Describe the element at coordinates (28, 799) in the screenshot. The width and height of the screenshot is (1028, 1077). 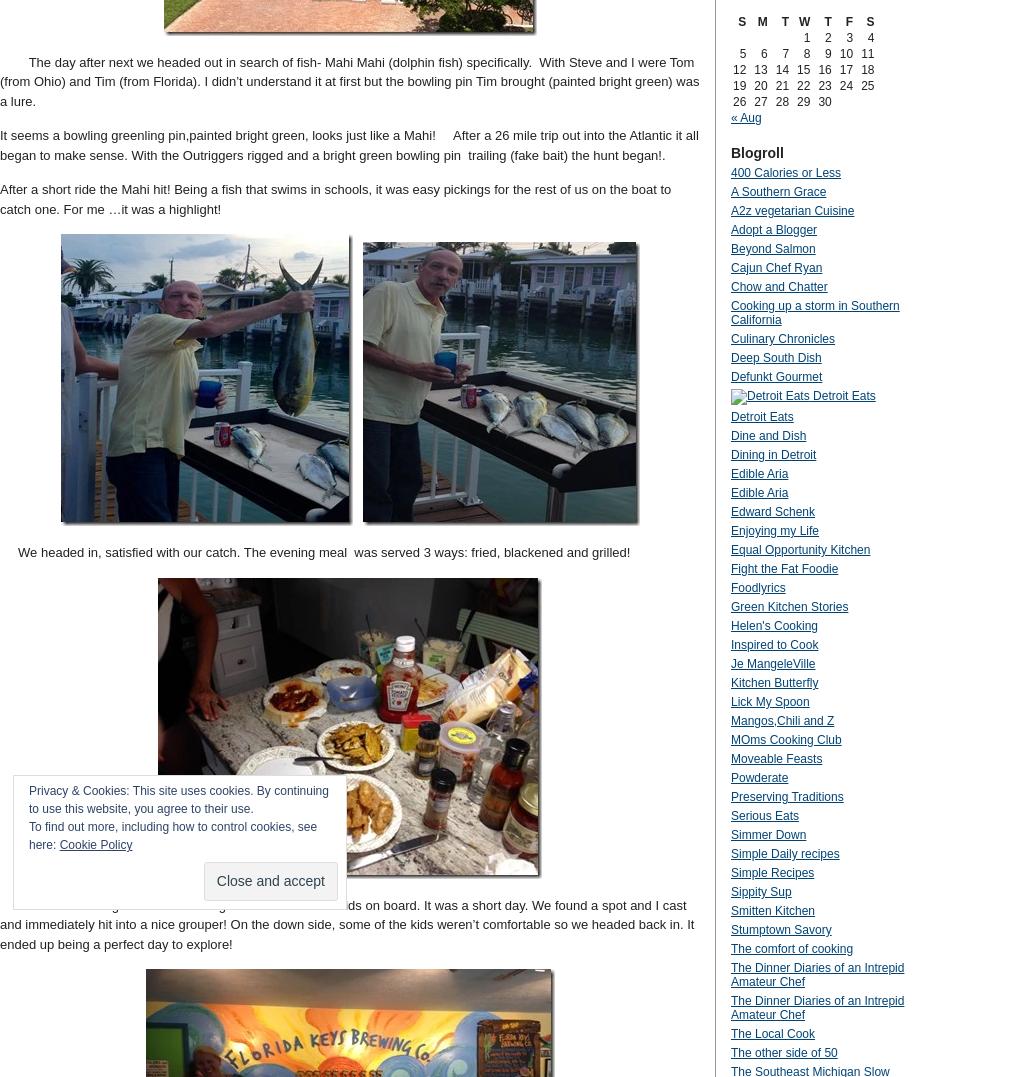
I see `'Privacy & Cookies: This site uses cookies. By continuing to use this website, you agree to their use.'` at that location.